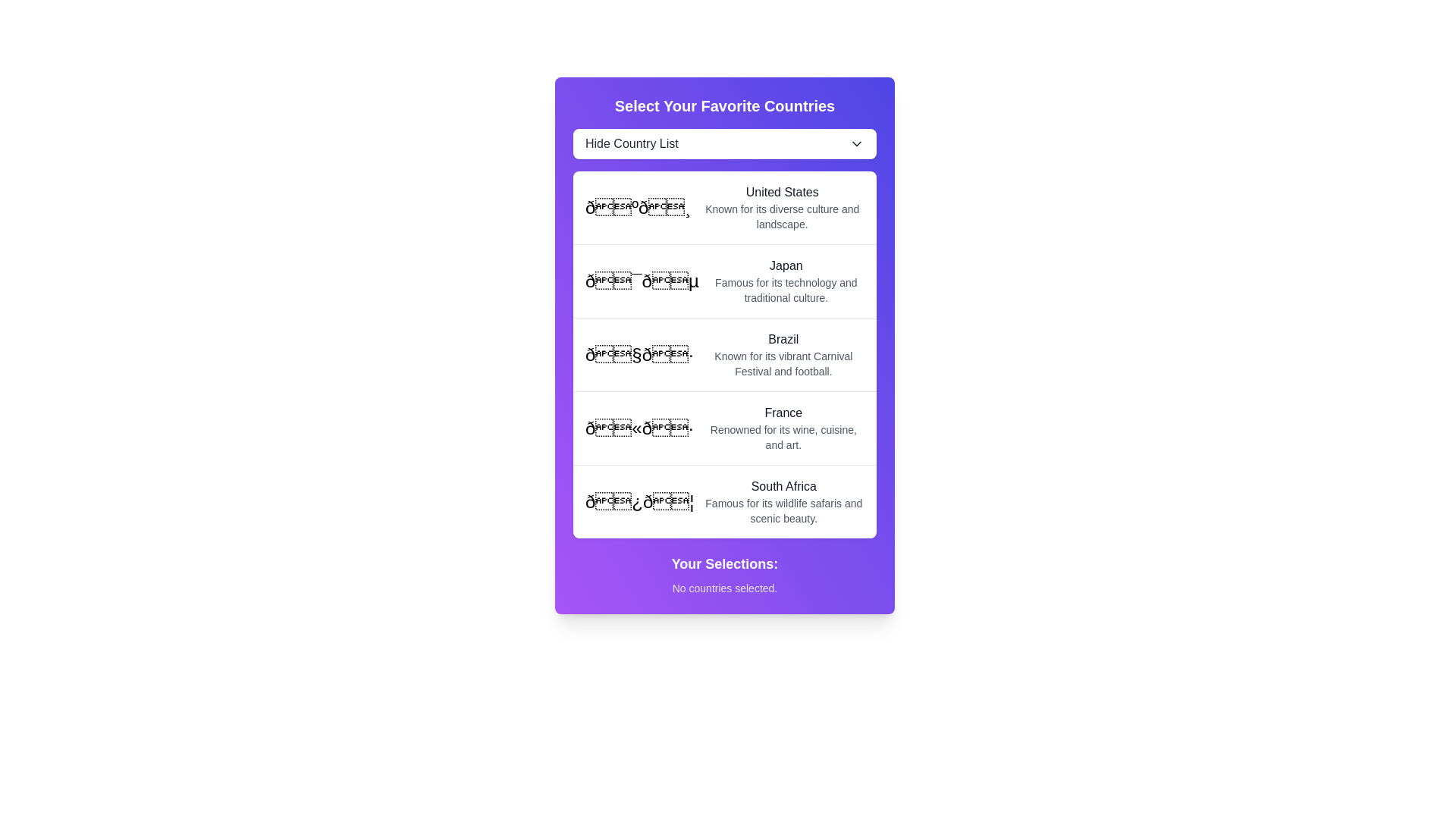  What do you see at coordinates (783, 413) in the screenshot?
I see `text label that serves as the title for the 'France' entry in the list, positioned above the description text of 'Renowned for its wine, cuisine, and art.'` at bounding box center [783, 413].